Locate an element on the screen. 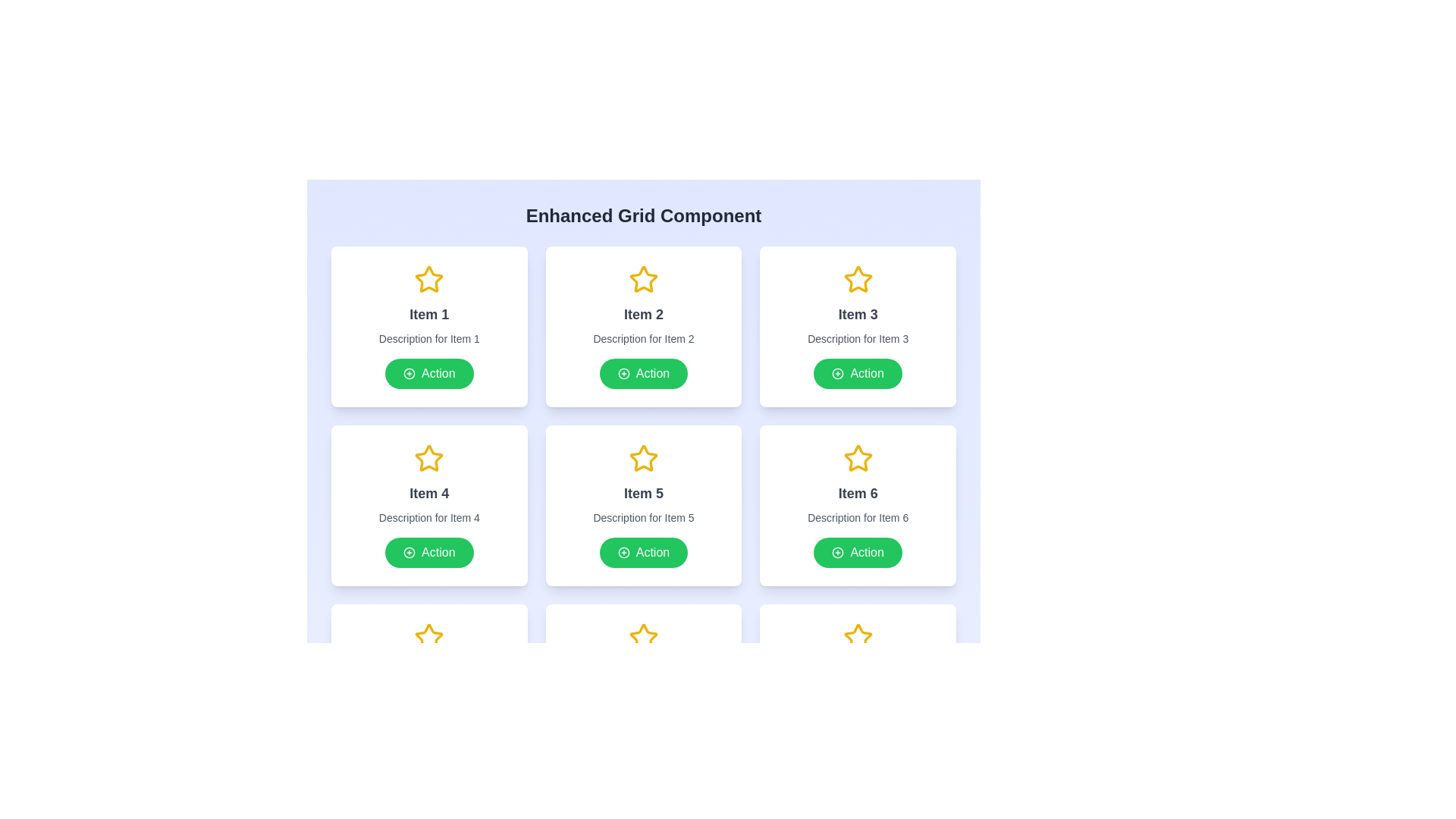 This screenshot has height=819, width=1456. the text label that reads 'Item 5', which is centrally aligned and located below a star icon in the second row and second column of a grid is located at coordinates (644, 494).